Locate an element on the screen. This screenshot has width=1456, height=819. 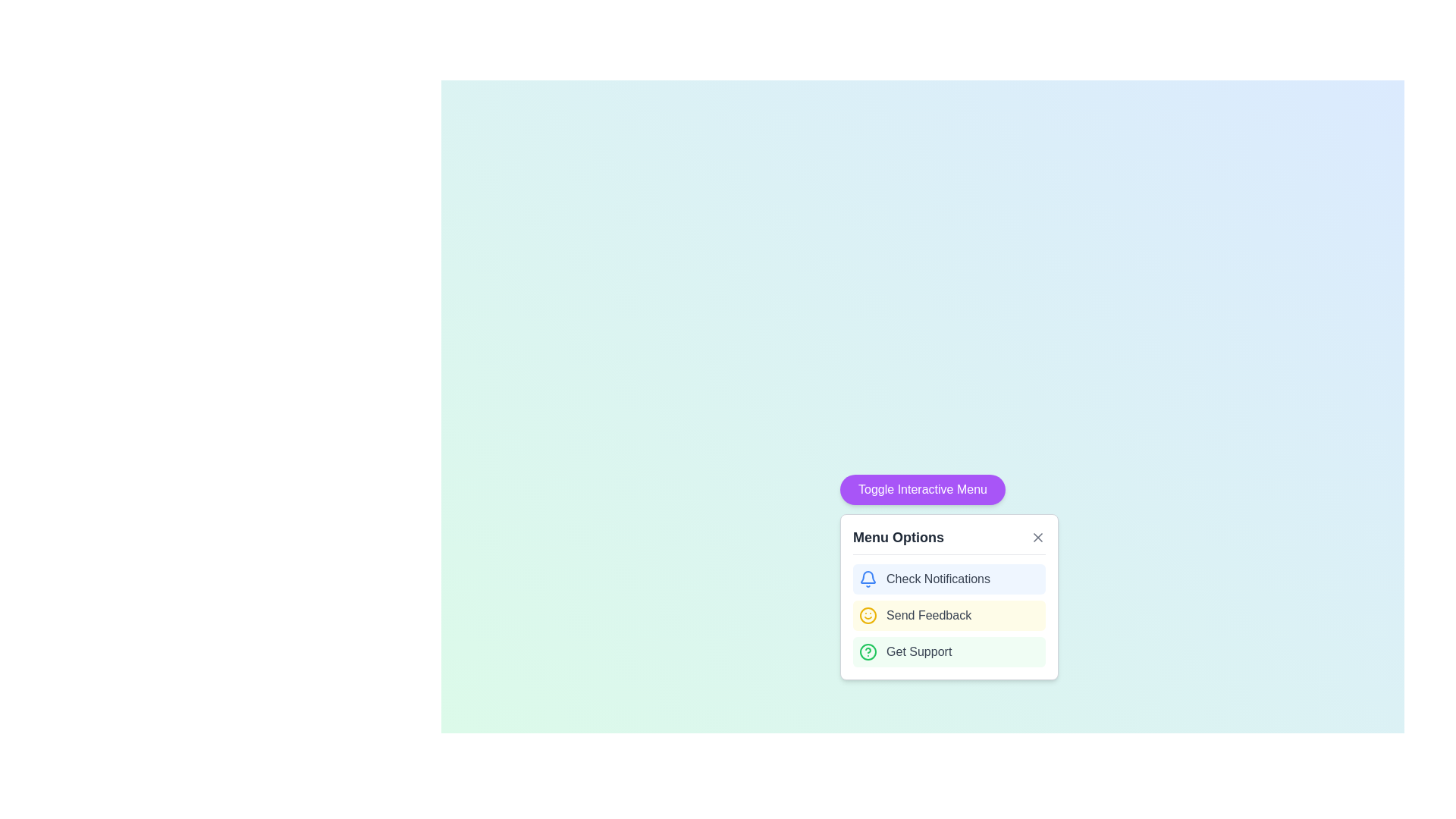
the decorative smiling face emoji icon located to the left of the 'Send Feedback' text in the second row of the menu options is located at coordinates (868, 616).